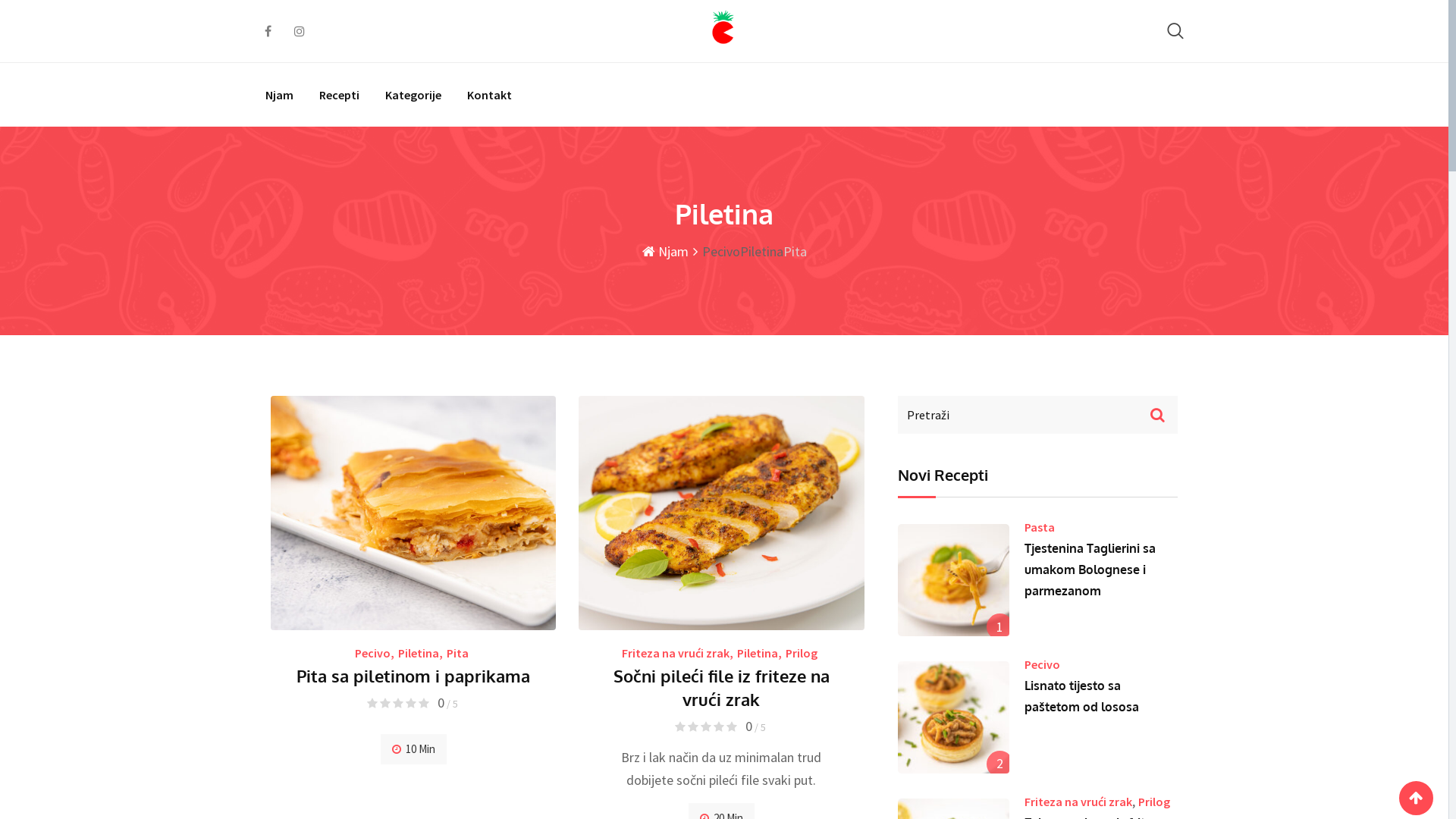 The image size is (1456, 819). What do you see at coordinates (800, 651) in the screenshot?
I see `'Prilog'` at bounding box center [800, 651].